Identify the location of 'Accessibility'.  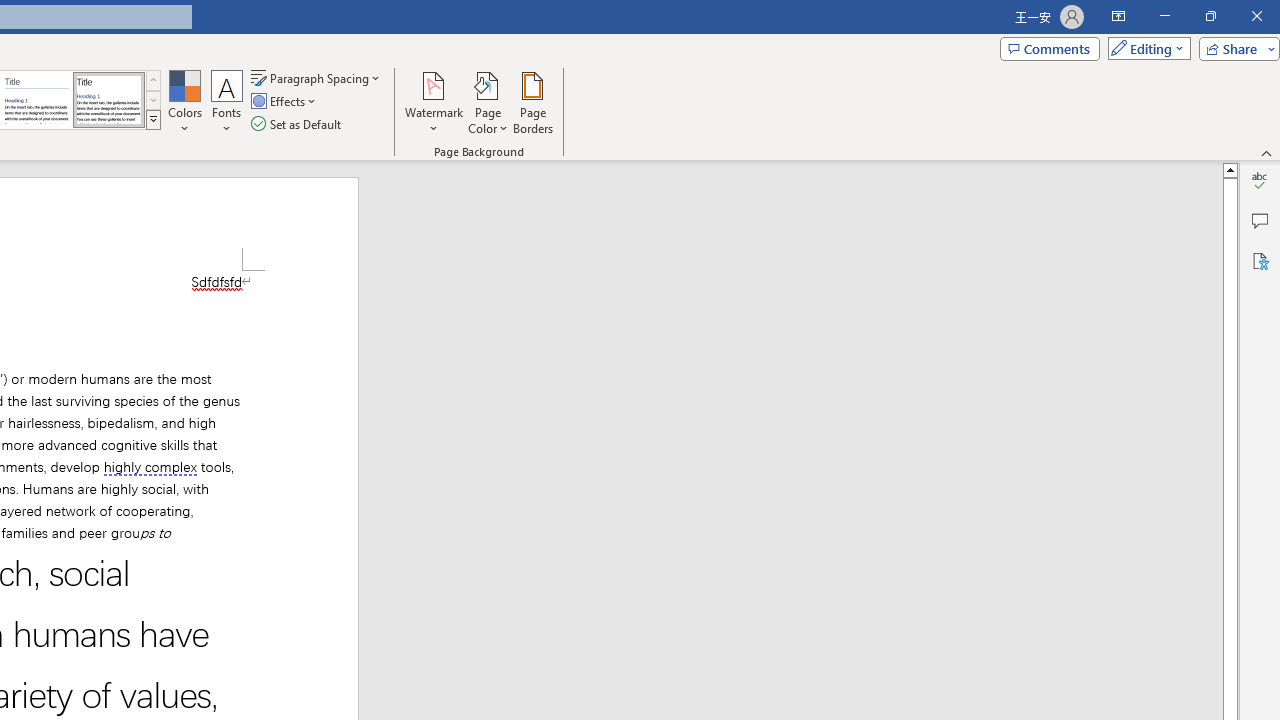
(1259, 260).